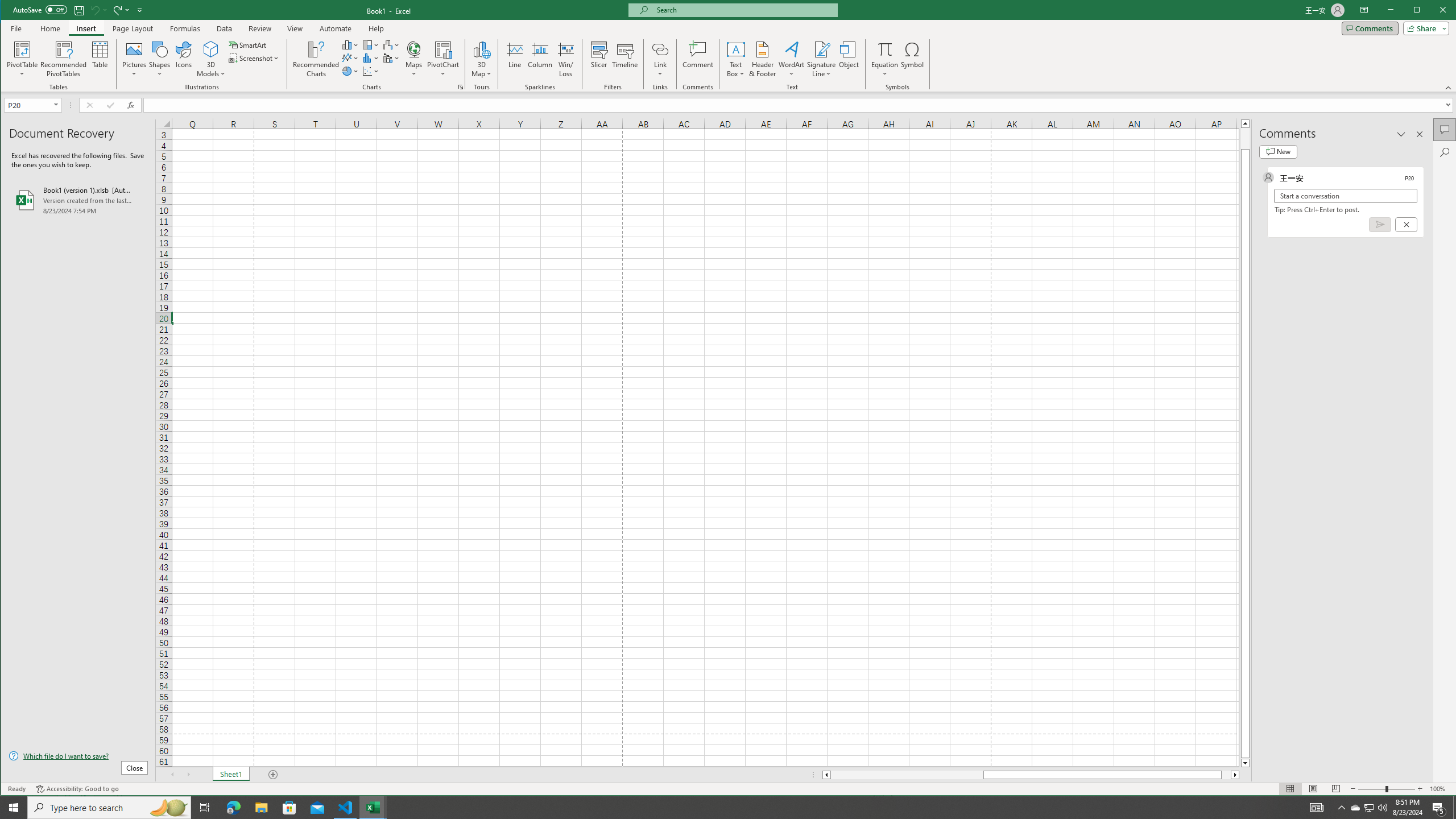 The width and height of the screenshot is (1456, 819). I want to click on 'Insert Column or Bar Chart', so click(350, 44).